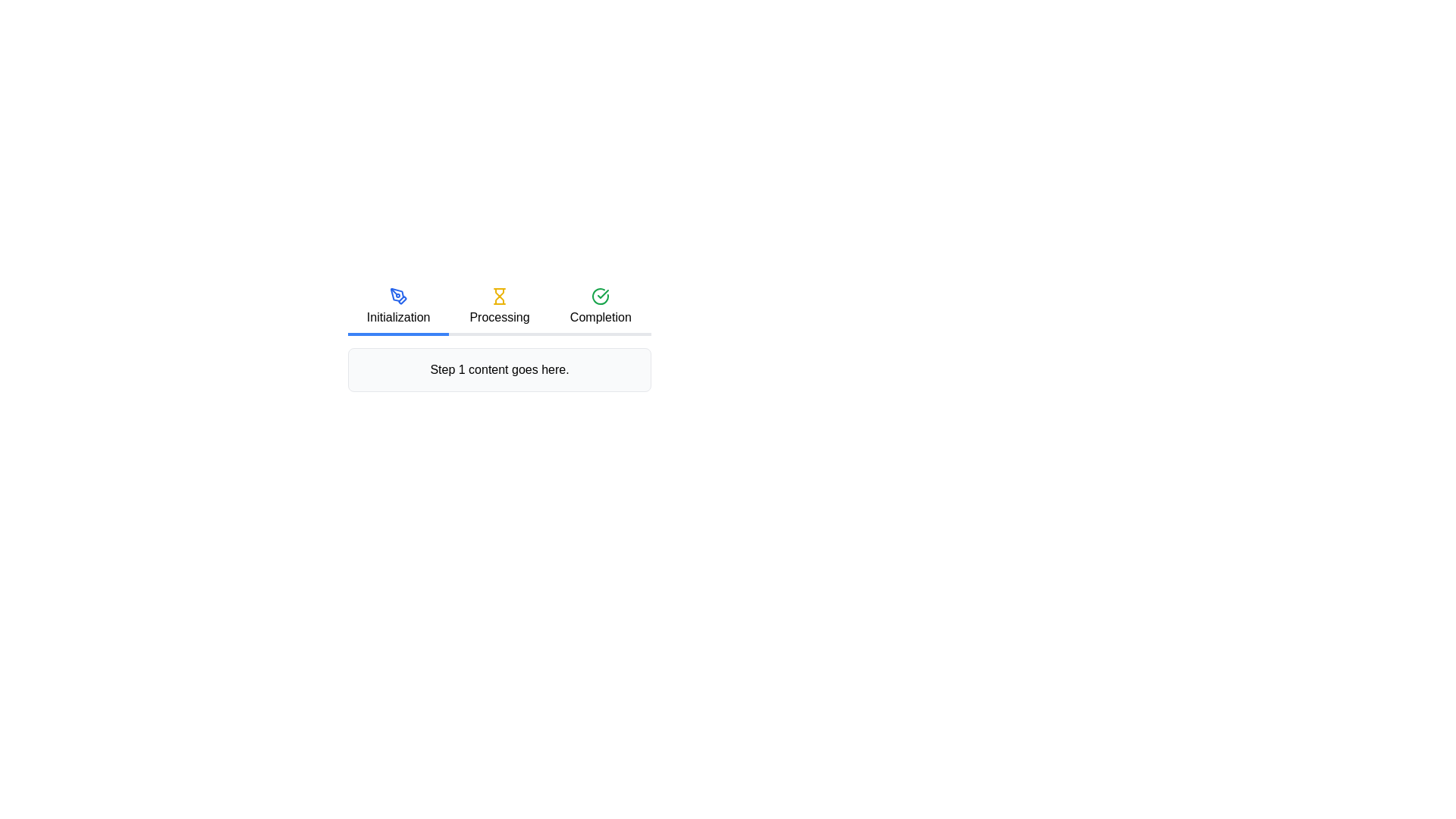  What do you see at coordinates (600, 296) in the screenshot?
I see `the circular icon with a green border and a checkmark inside, located above the text 'Completion' in the step indicator group` at bounding box center [600, 296].